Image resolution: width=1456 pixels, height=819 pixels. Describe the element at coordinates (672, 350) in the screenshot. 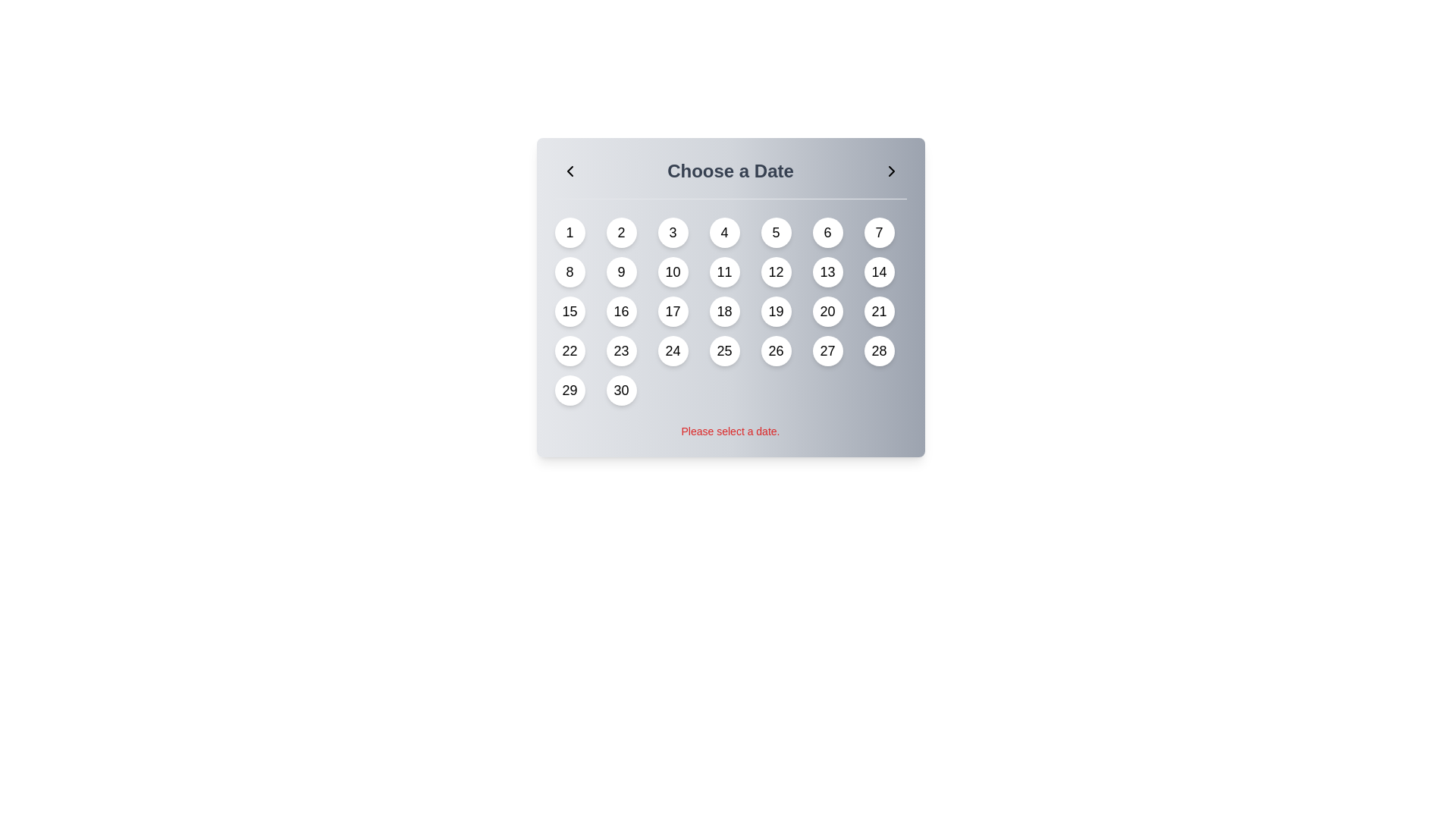

I see `the date button for the 24th day in the calendar interface` at that location.